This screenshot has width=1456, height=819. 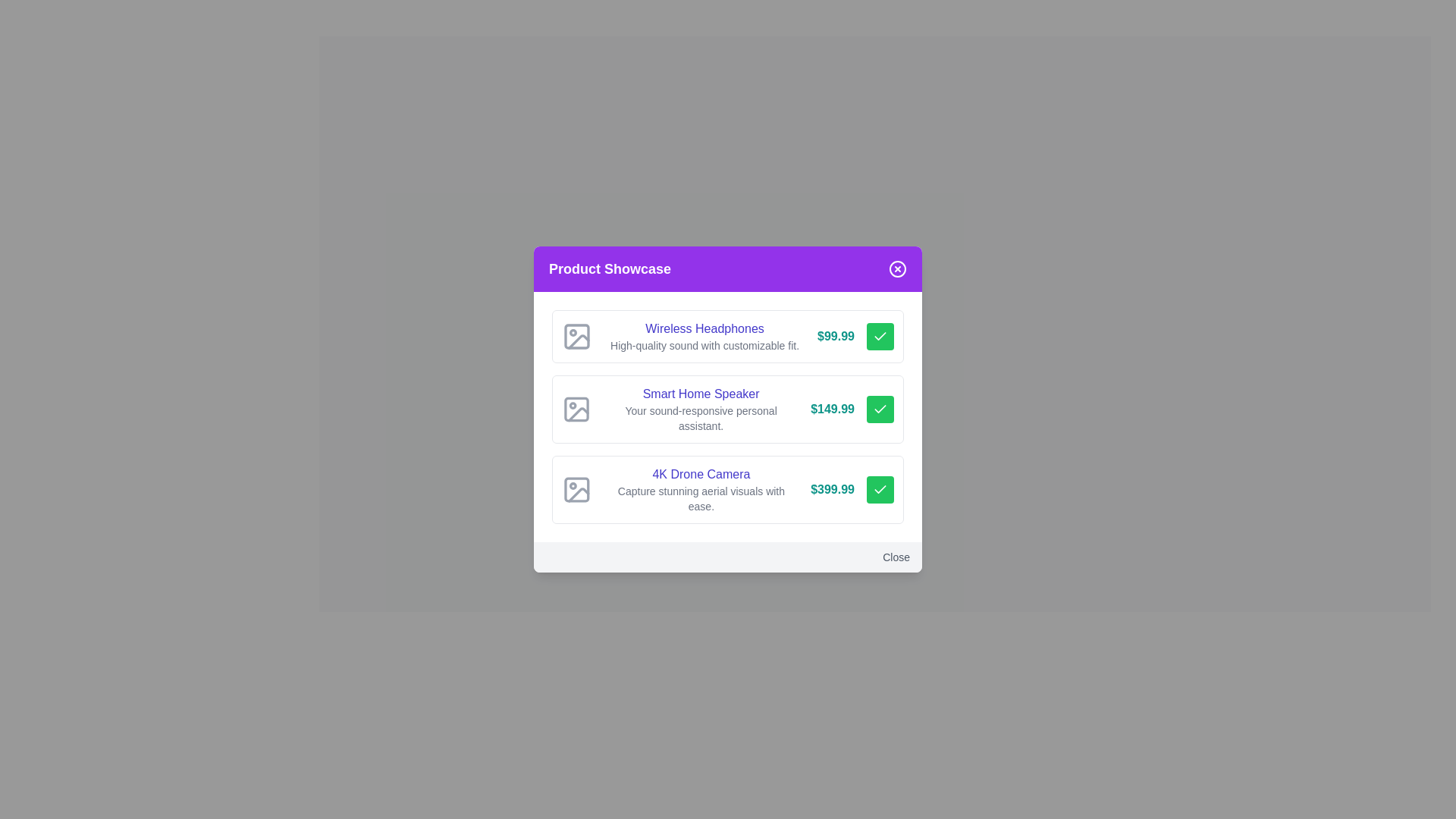 What do you see at coordinates (700, 394) in the screenshot?
I see `the Static Text element titled 'Smart Home Speaker', which is a bold purple text located at the top-middle section of the second card in the list` at bounding box center [700, 394].